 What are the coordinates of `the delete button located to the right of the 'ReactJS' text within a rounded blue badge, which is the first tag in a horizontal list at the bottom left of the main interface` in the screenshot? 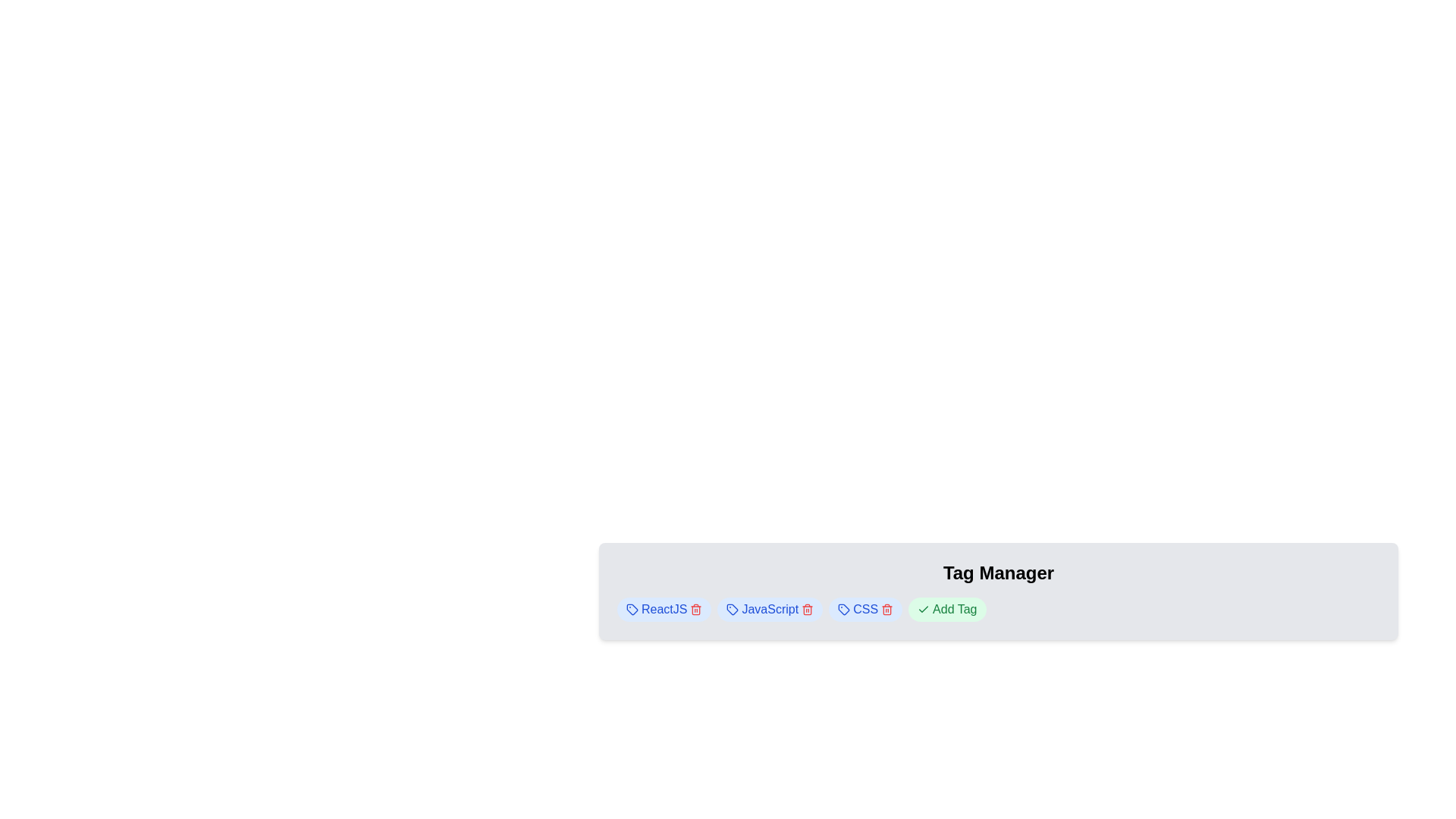 It's located at (695, 608).